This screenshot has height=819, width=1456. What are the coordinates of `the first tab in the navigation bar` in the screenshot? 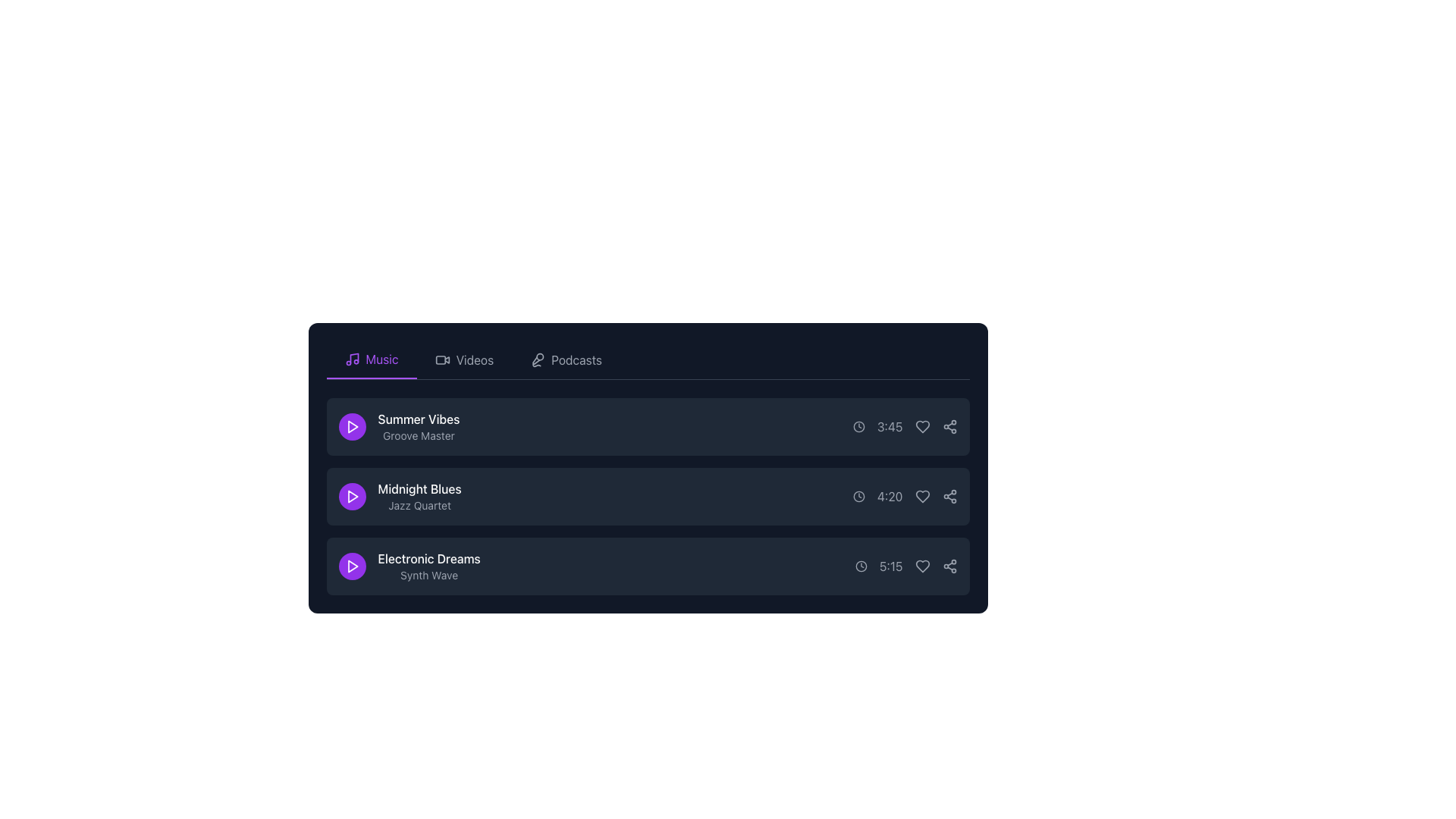 It's located at (371, 359).